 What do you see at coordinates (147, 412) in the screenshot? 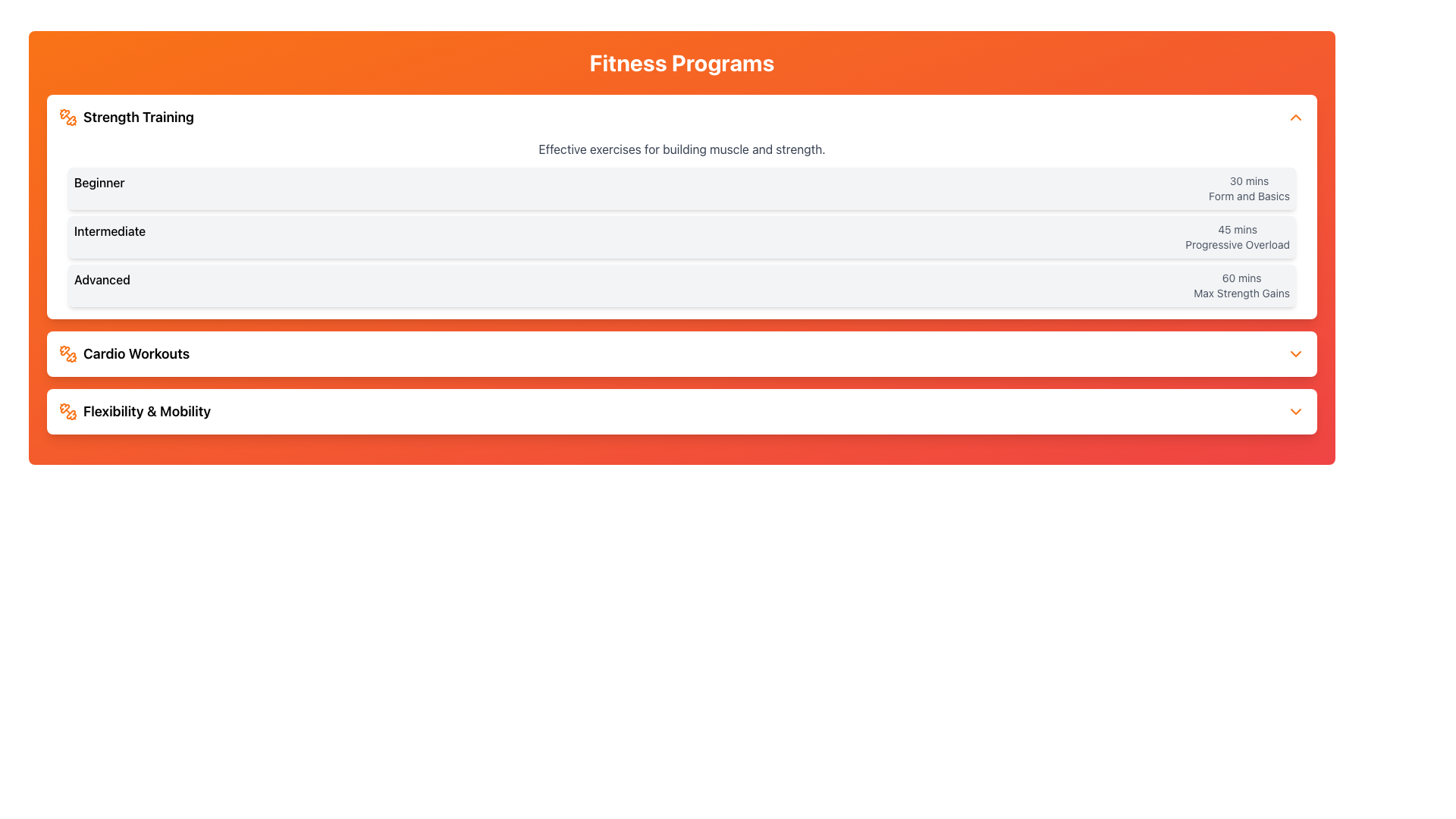
I see `the text label displaying 'Flexibility & Mobility'` at bounding box center [147, 412].